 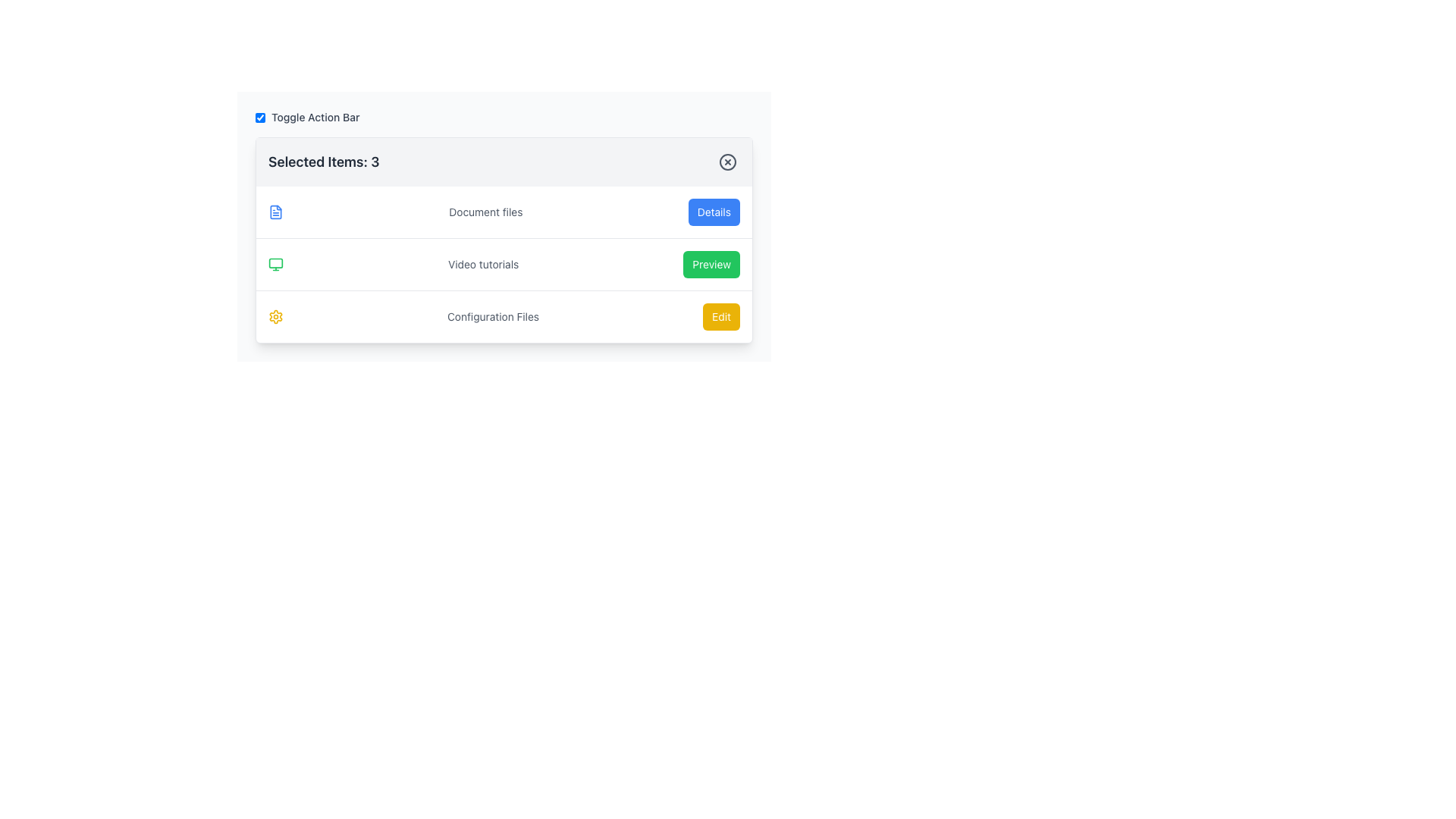 What do you see at coordinates (720, 315) in the screenshot?
I see `the edit button located to the right of the 'Configuration Files' label to initiate the editing action for this item` at bounding box center [720, 315].